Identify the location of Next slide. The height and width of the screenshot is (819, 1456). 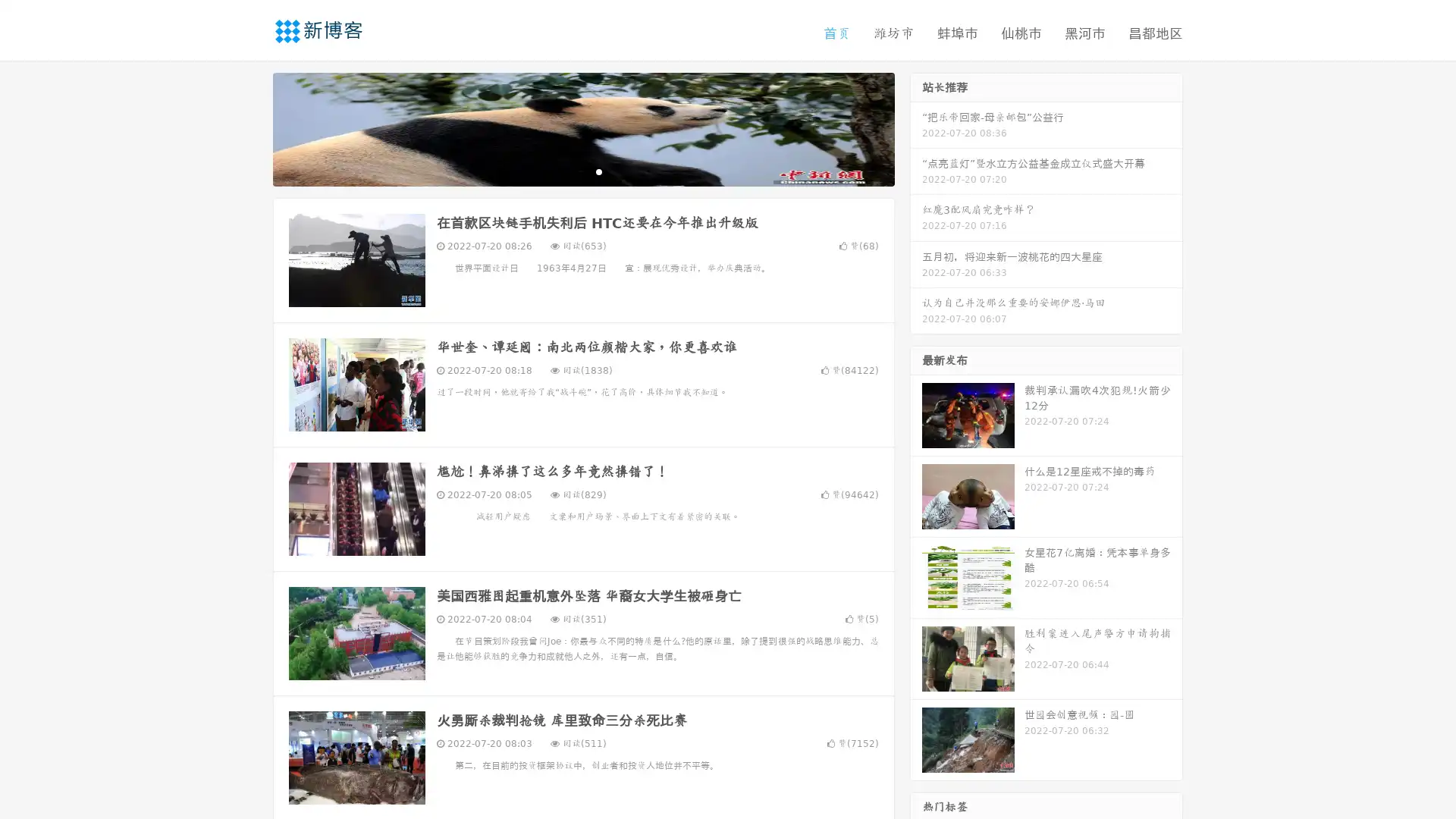
(916, 127).